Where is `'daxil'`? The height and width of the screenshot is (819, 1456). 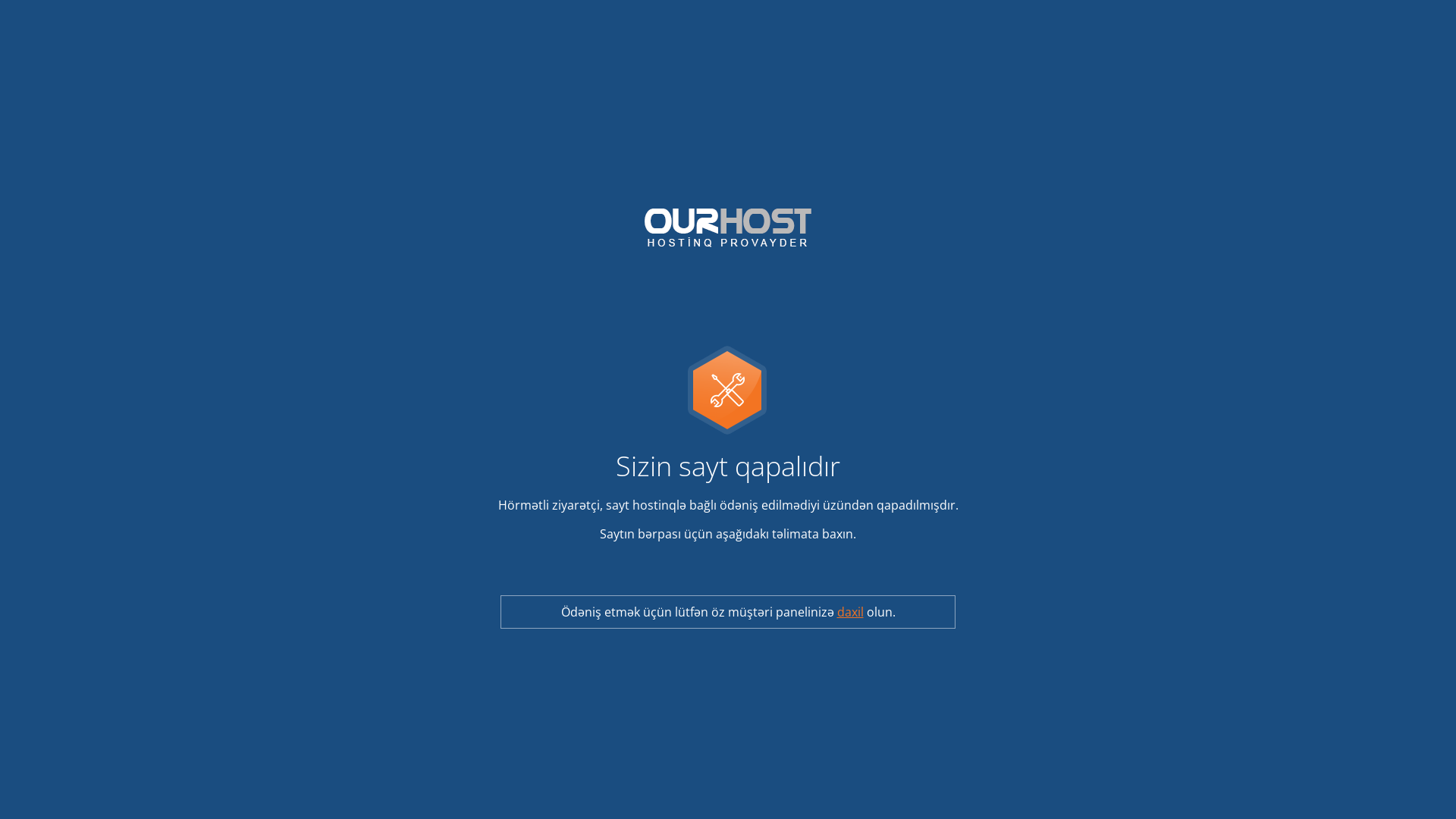 'daxil' is located at coordinates (836, 610).